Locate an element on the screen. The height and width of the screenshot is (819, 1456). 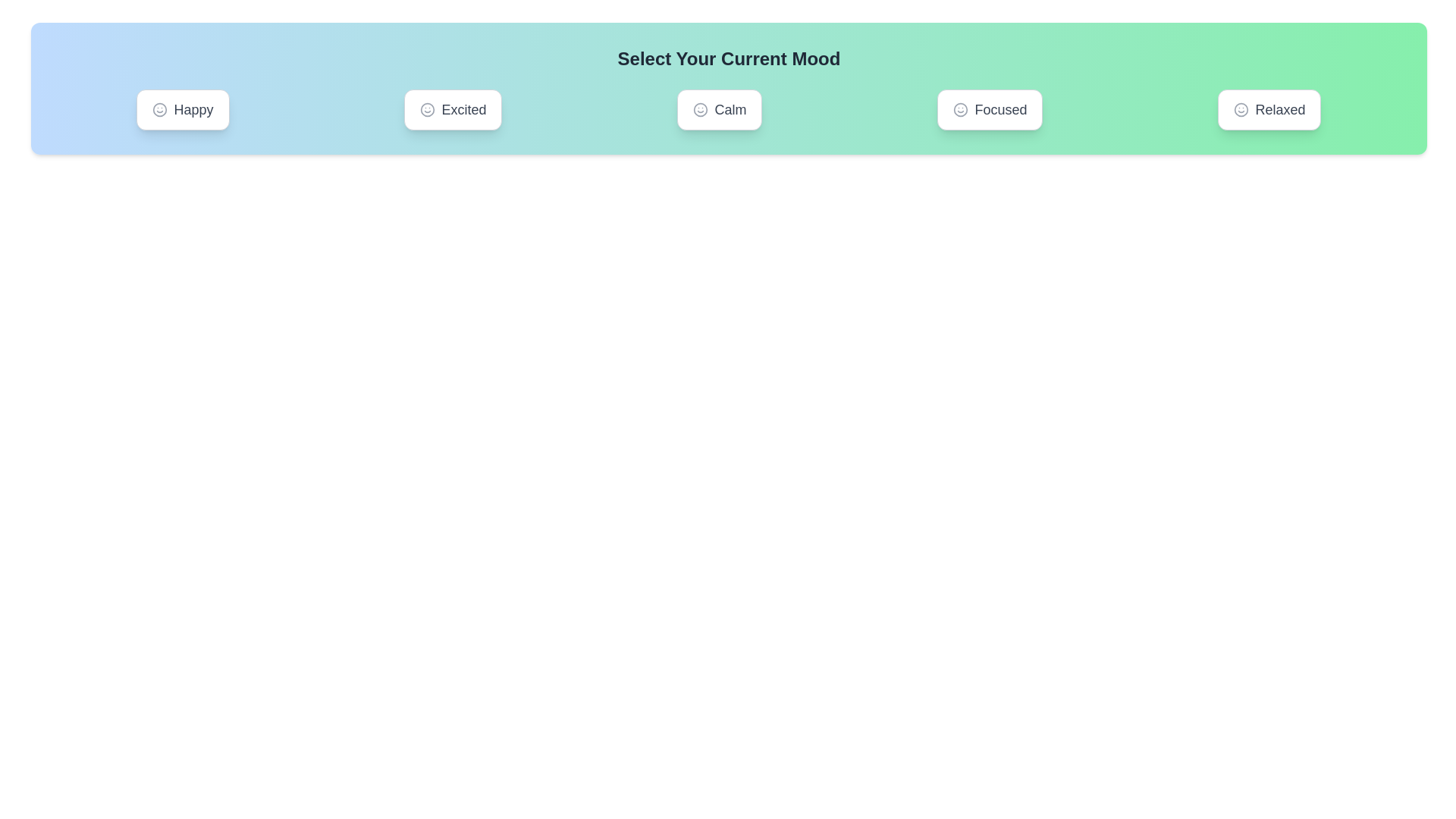
the button labeled Calm to observe its hover effect is located at coordinates (719, 109).